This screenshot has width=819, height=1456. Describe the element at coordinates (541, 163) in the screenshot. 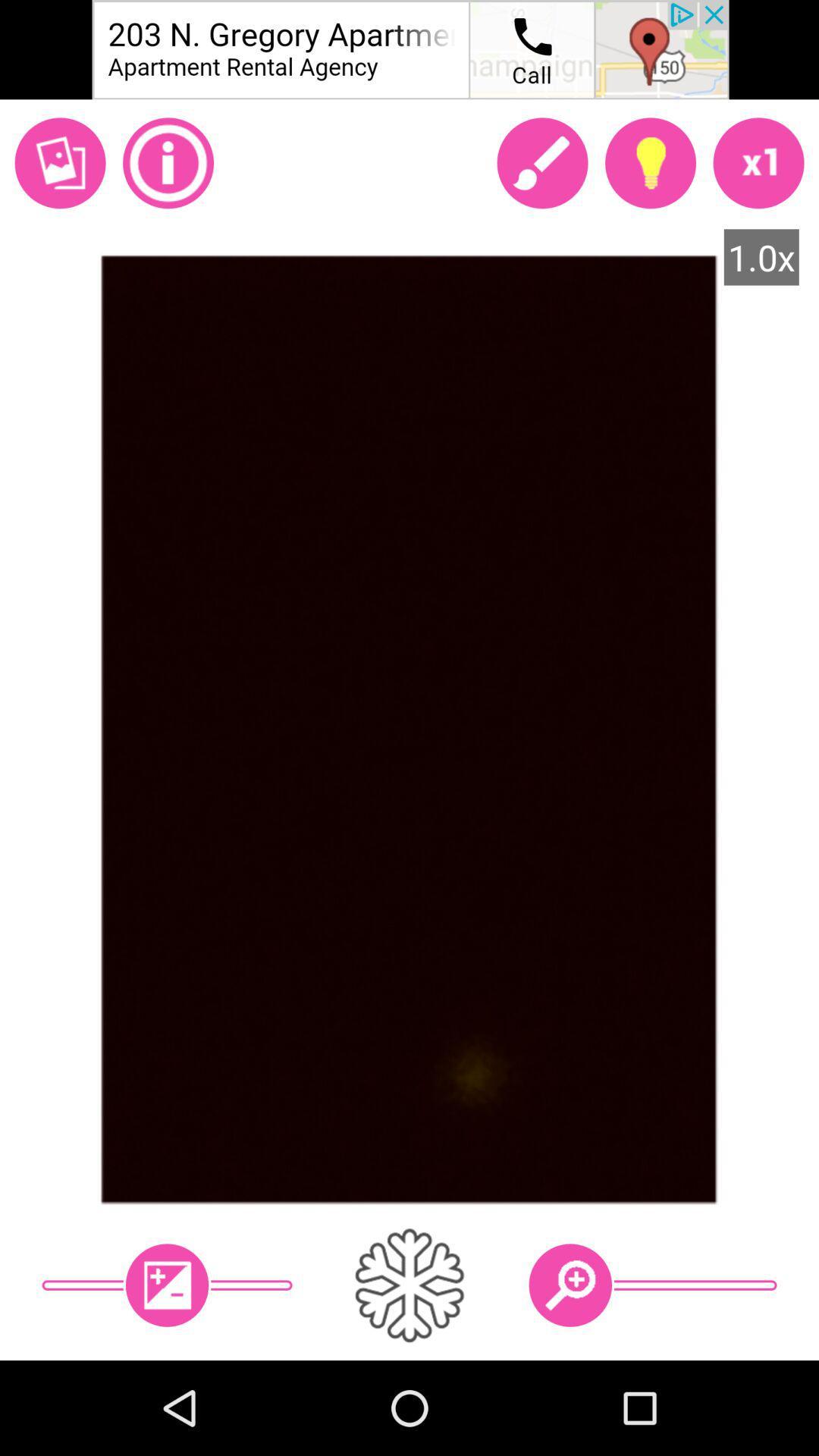

I see `open paintbrush` at that location.